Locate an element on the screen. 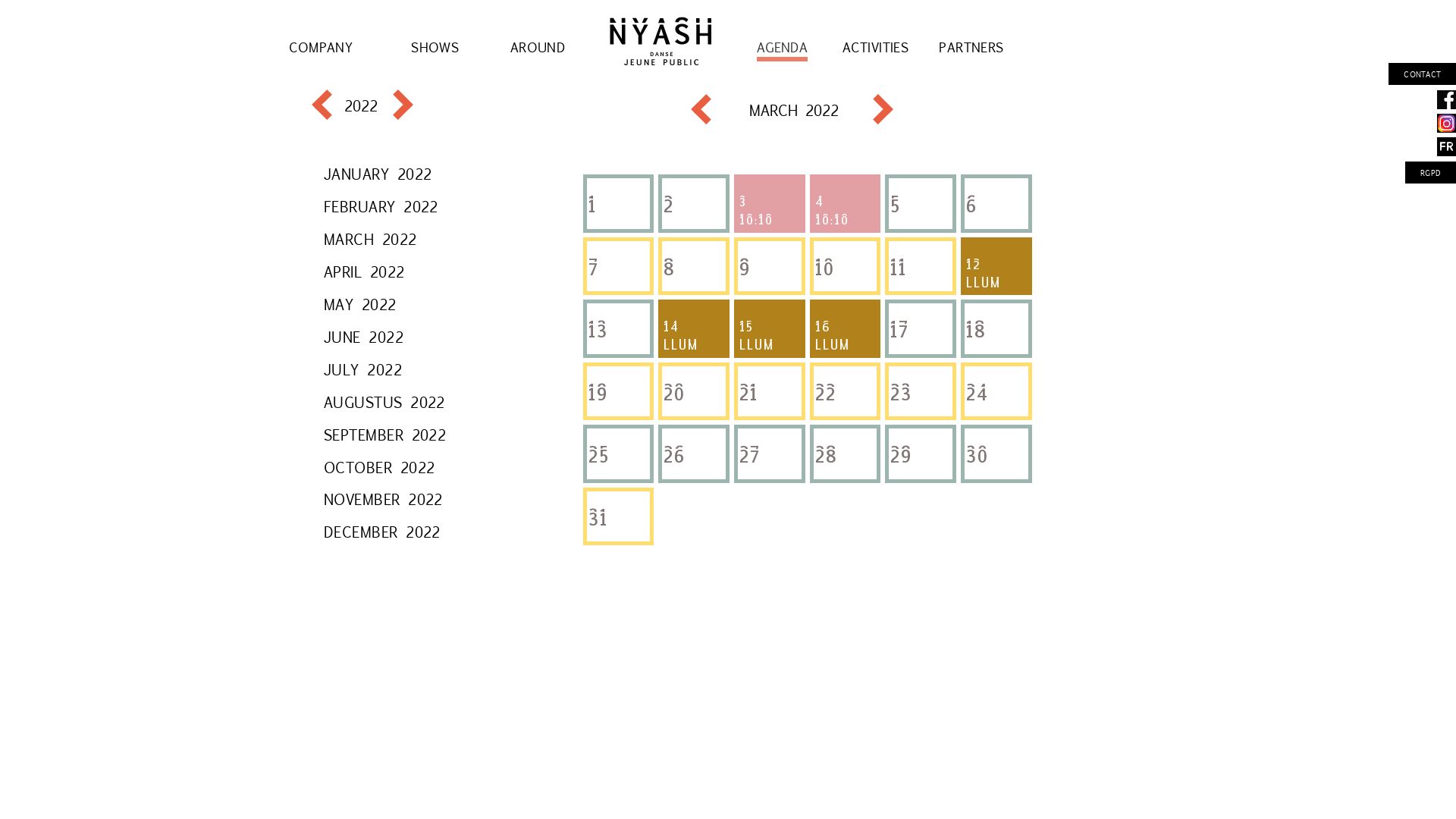 This screenshot has height=819, width=1456. 'COMPANY' is located at coordinates (273, 45).